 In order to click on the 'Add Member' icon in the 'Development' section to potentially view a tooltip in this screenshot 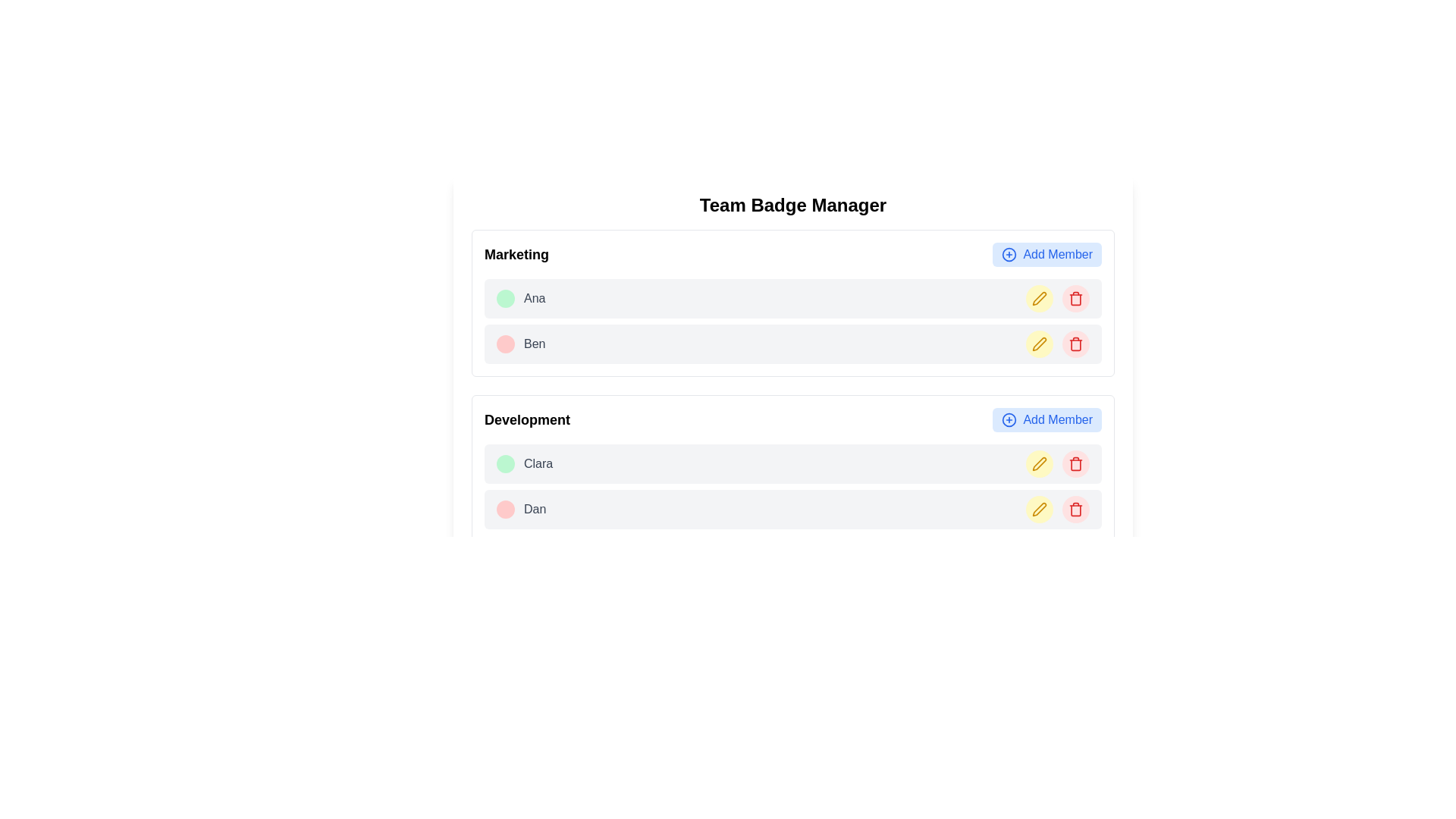, I will do `click(1009, 420)`.